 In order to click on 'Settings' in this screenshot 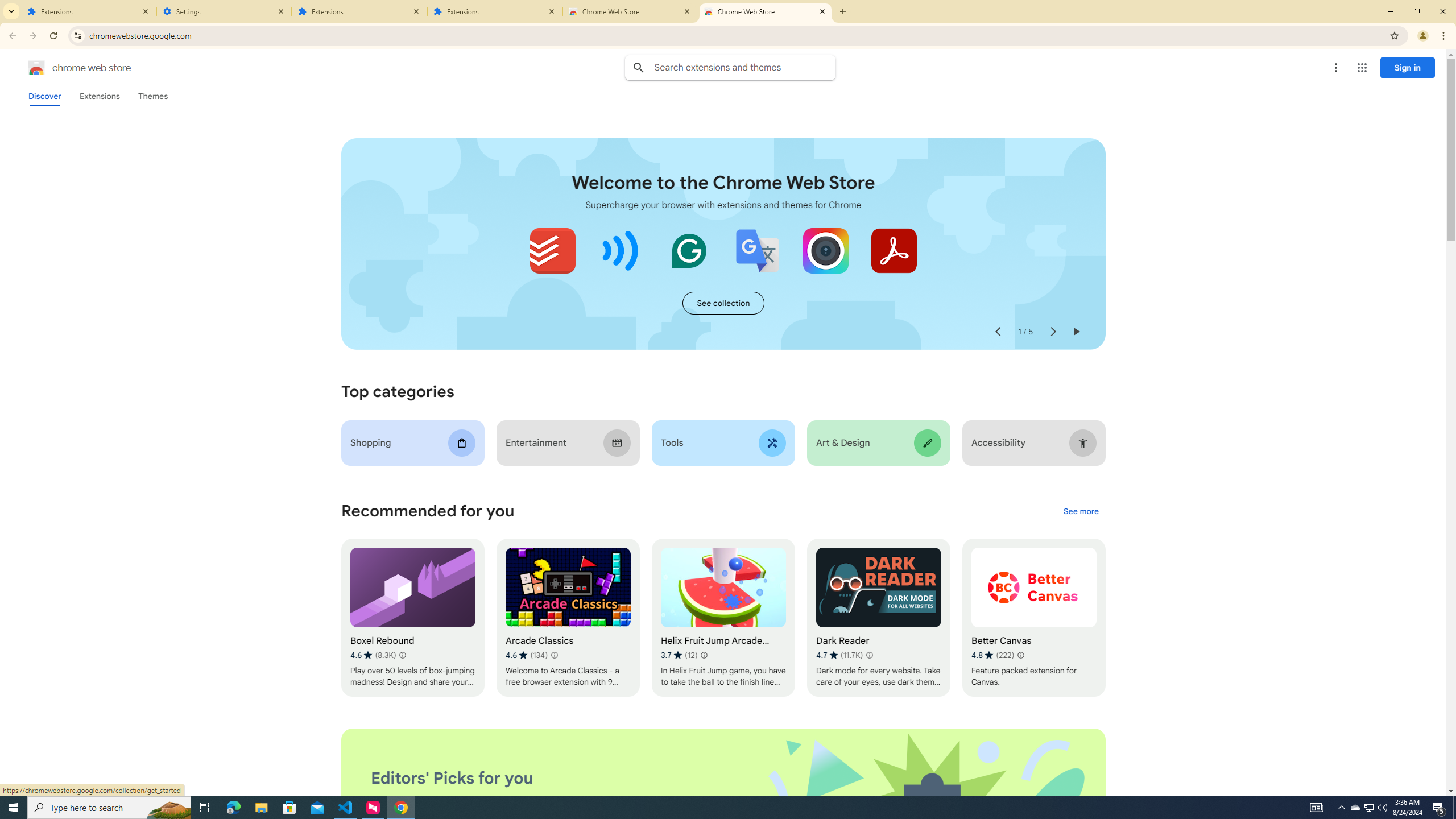, I will do `click(224, 11)`.